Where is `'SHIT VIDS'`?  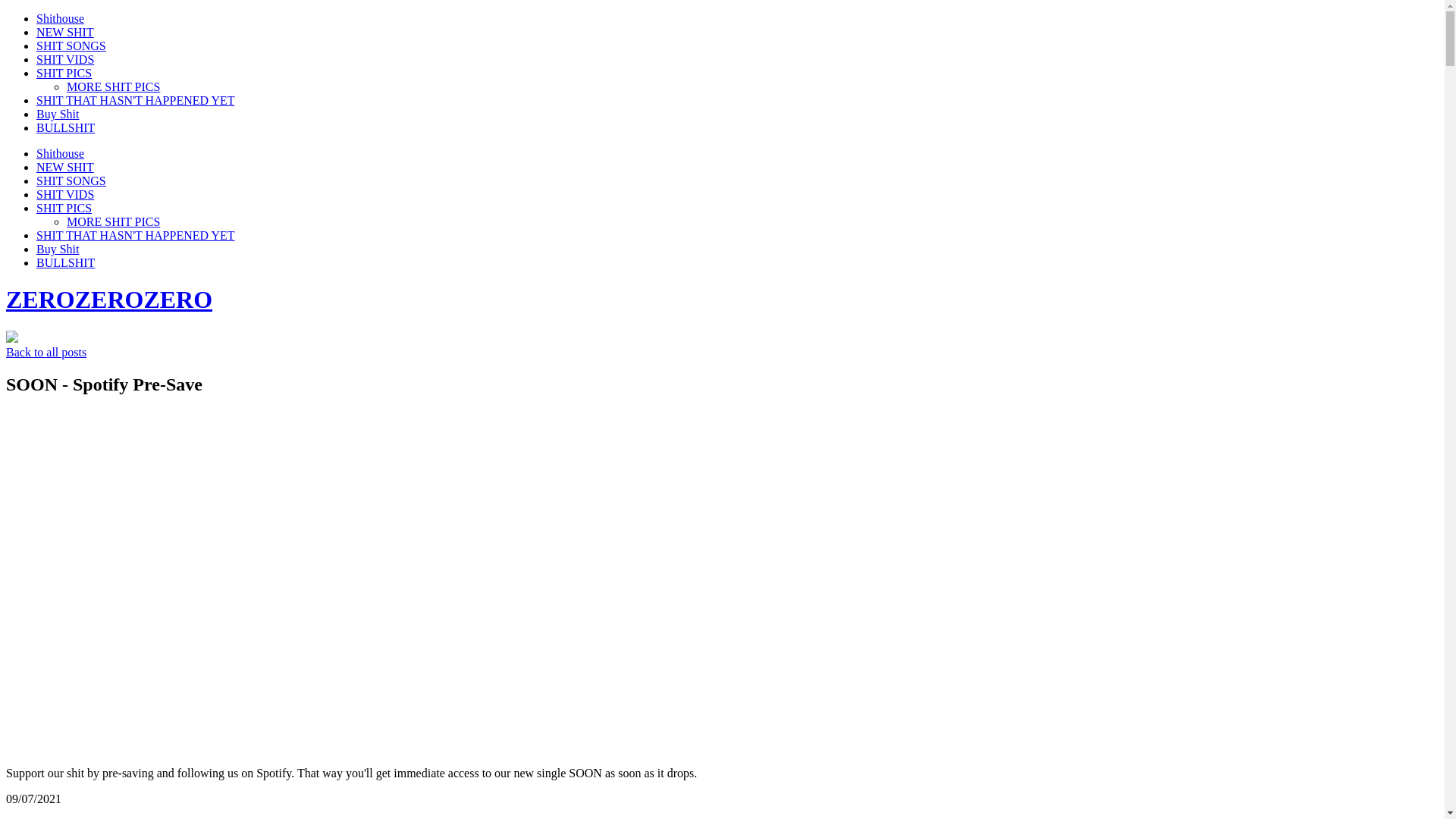
'SHIT VIDS' is located at coordinates (64, 193).